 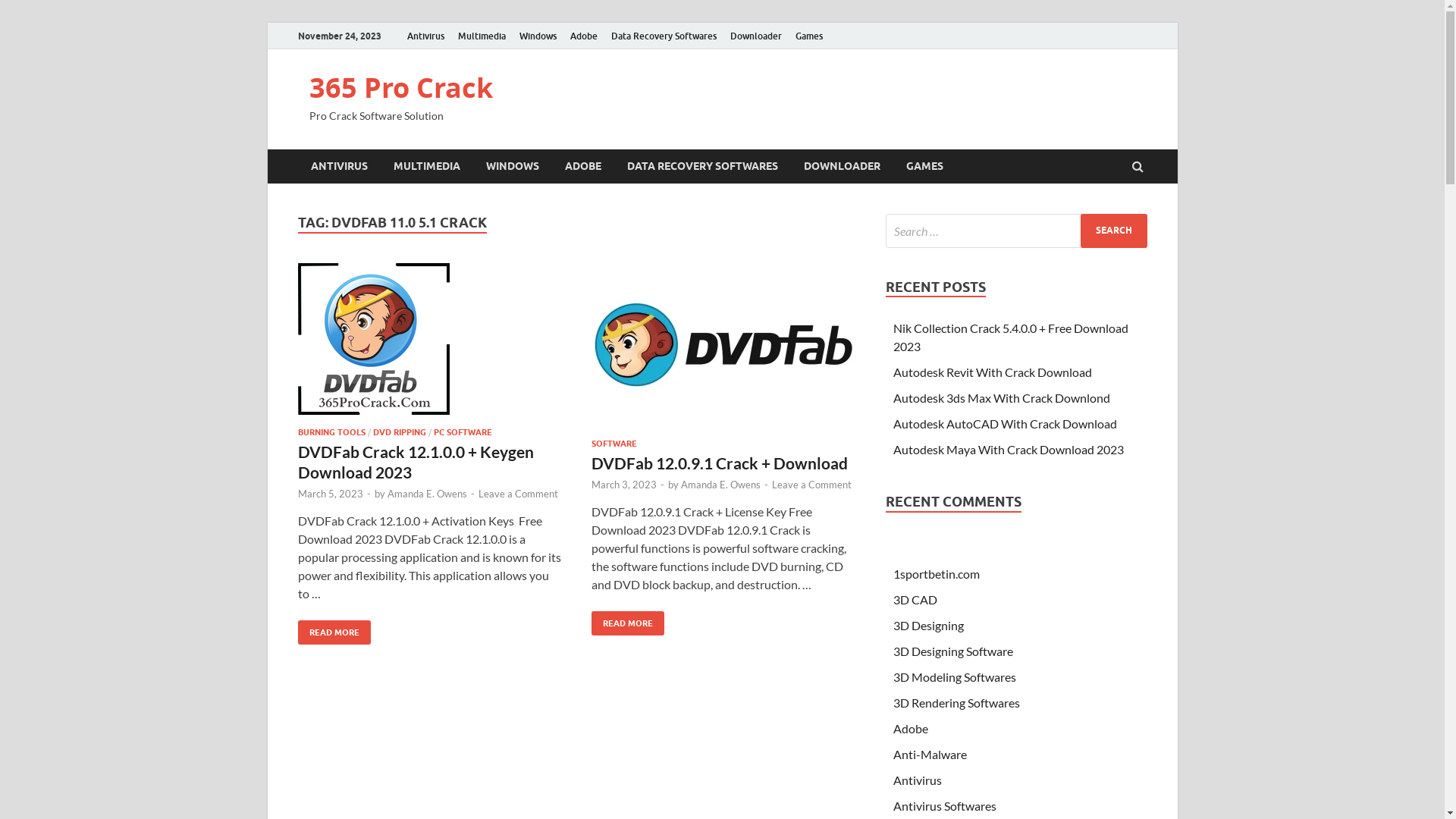 I want to click on 'Adobe', so click(x=582, y=35).